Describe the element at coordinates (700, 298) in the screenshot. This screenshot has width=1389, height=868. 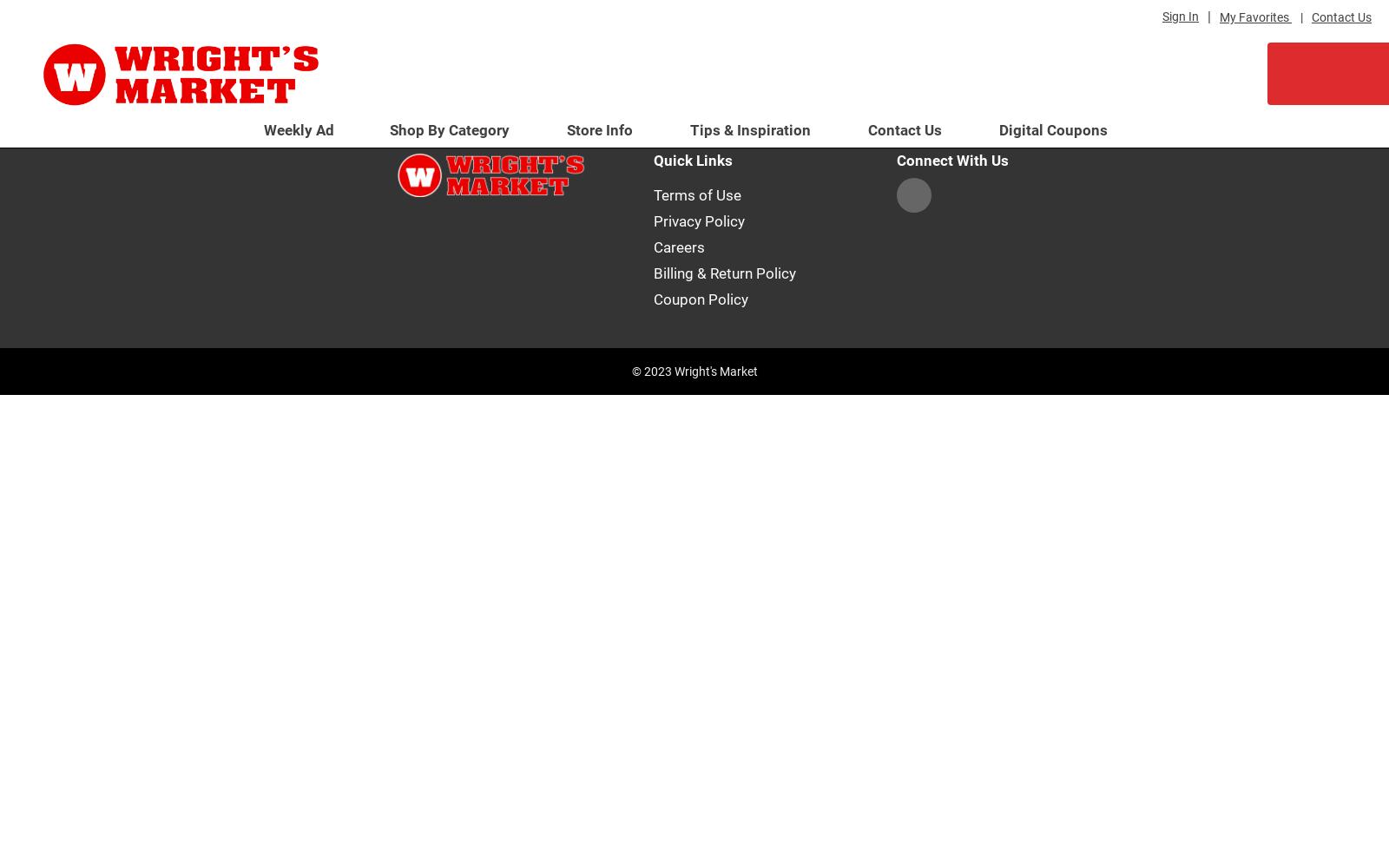
I see `'Coupon Policy'` at that location.